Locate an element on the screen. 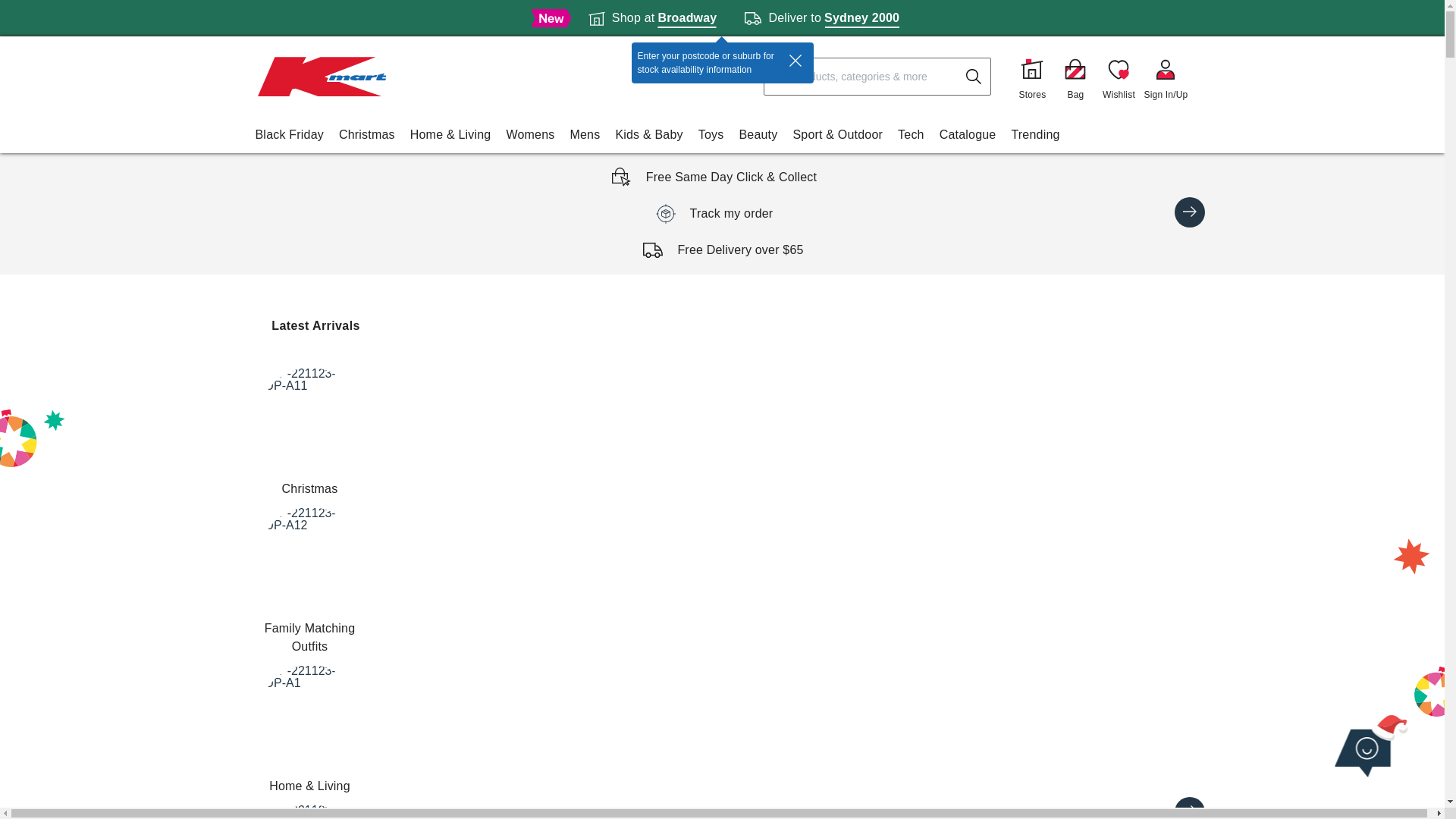 This screenshot has width=1456, height=819. 'Sport & Outdoor' is located at coordinates (836, 133).